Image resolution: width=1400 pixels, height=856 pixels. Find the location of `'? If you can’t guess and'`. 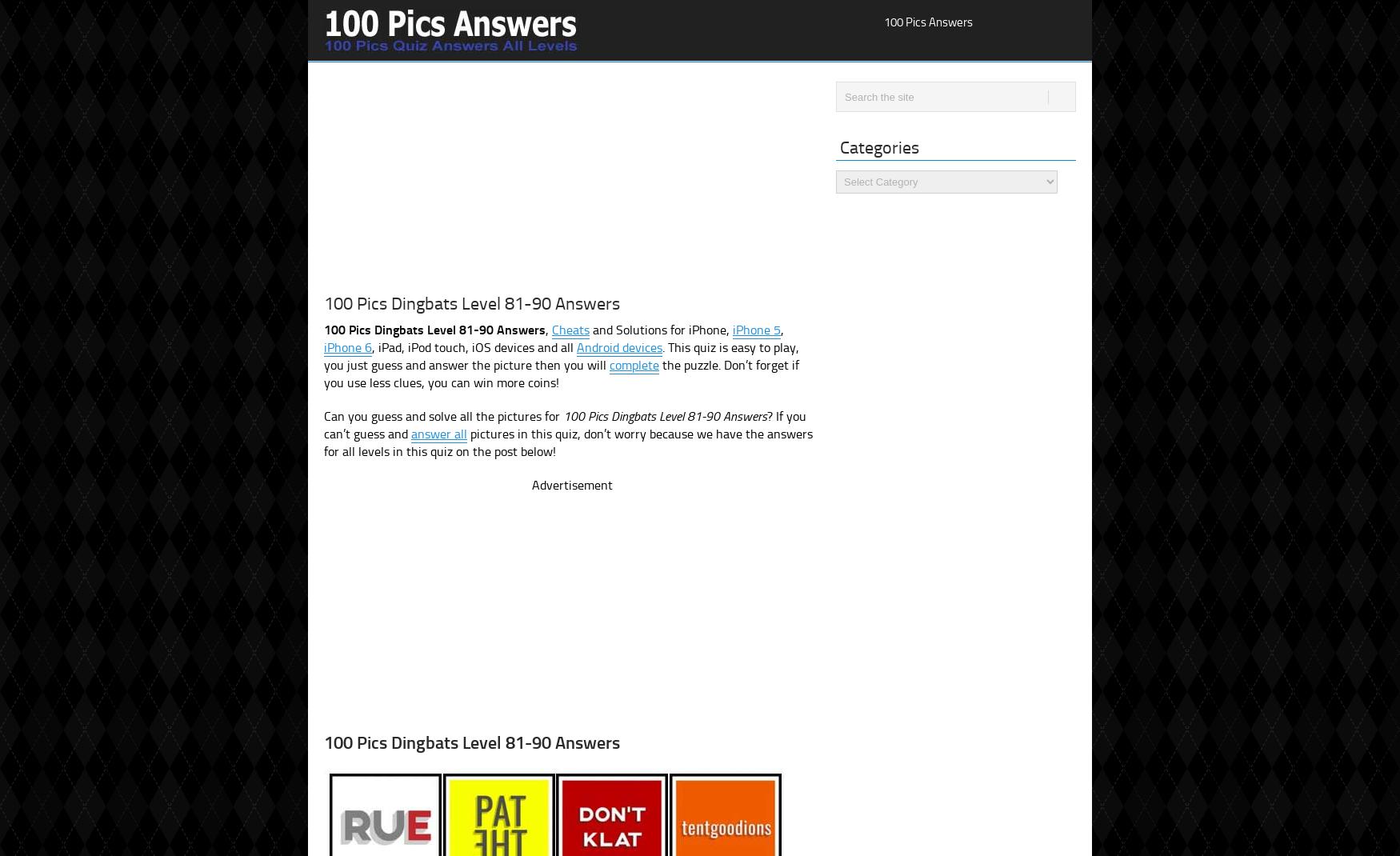

'? If you can’t guess and' is located at coordinates (565, 425).